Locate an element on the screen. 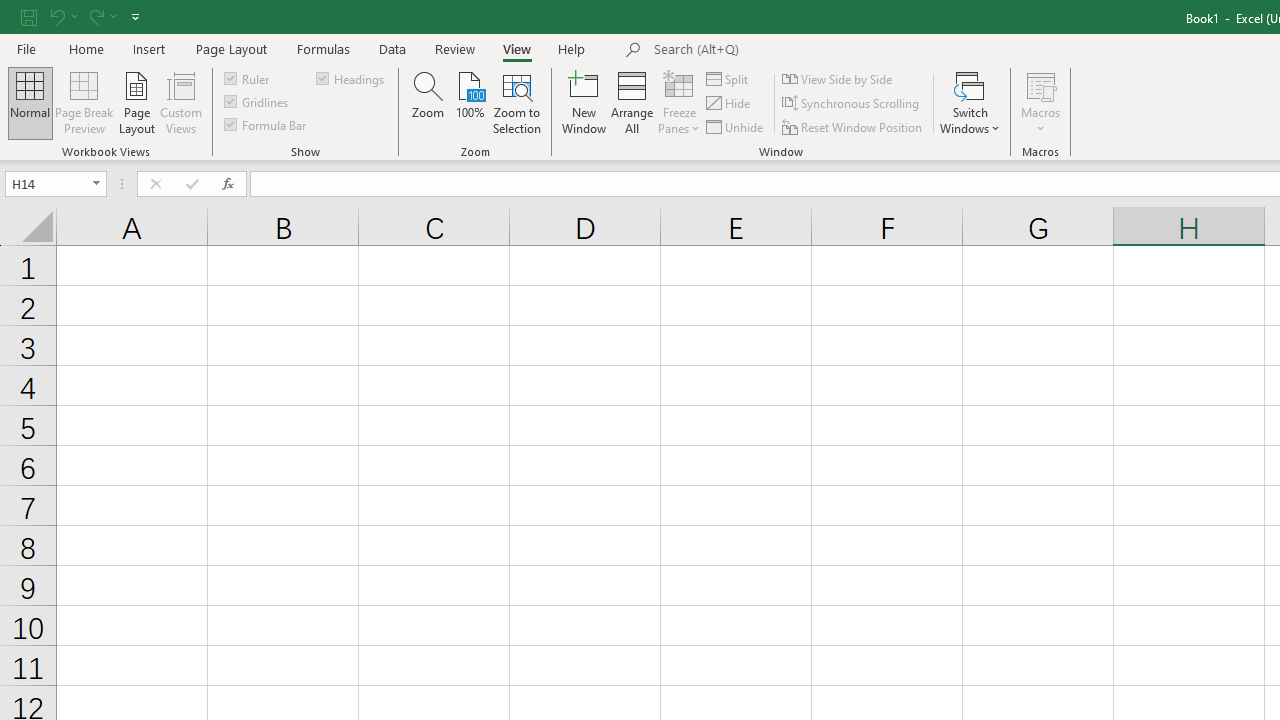 Image resolution: width=1280 pixels, height=720 pixels. 'Macros' is located at coordinates (1040, 103).